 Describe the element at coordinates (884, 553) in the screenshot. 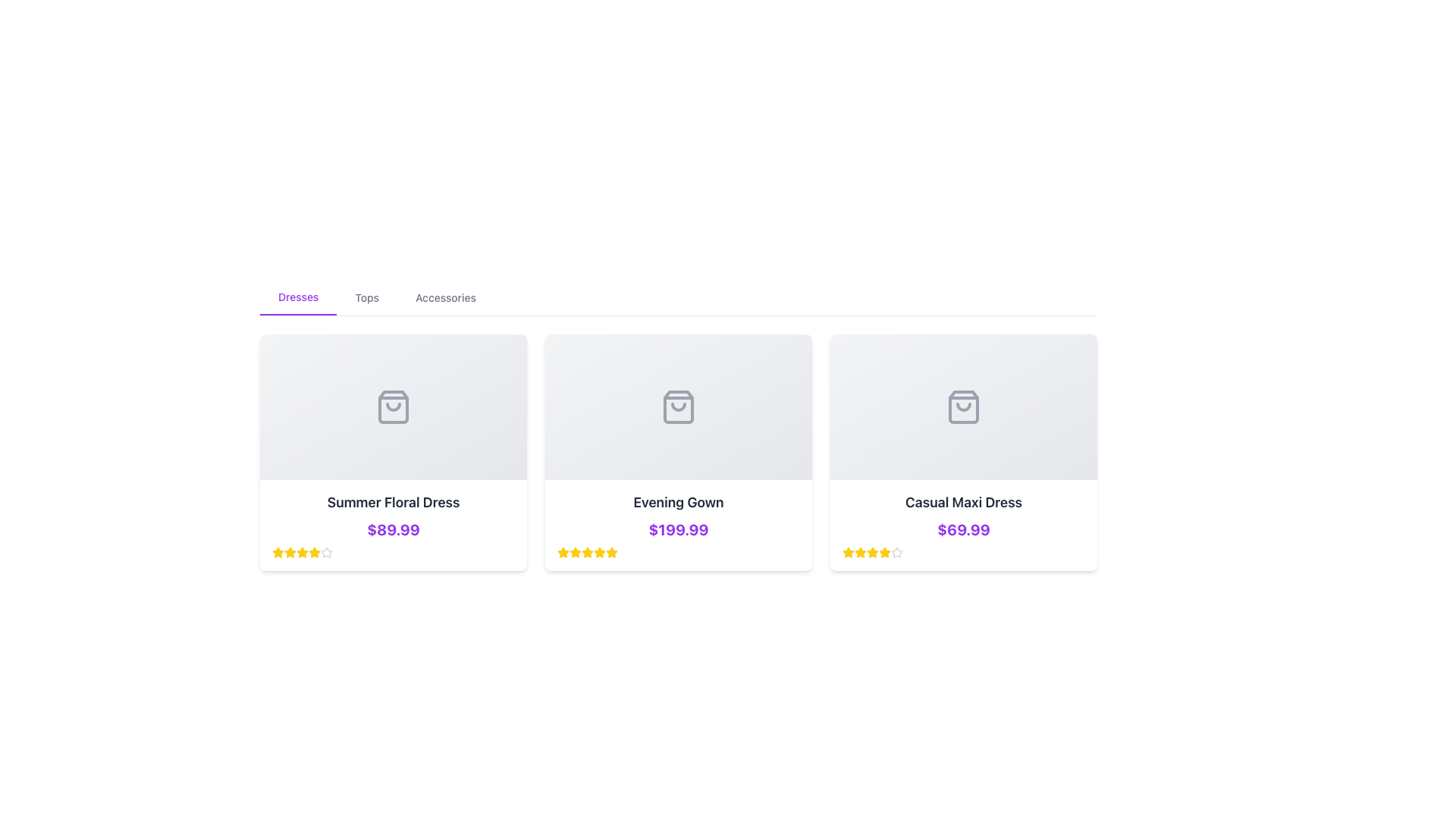

I see `the fifth rating star icon located beneath the 'Casual Maxi Dress' product card, which represents the highest rating level in the 5-star rating system` at that location.